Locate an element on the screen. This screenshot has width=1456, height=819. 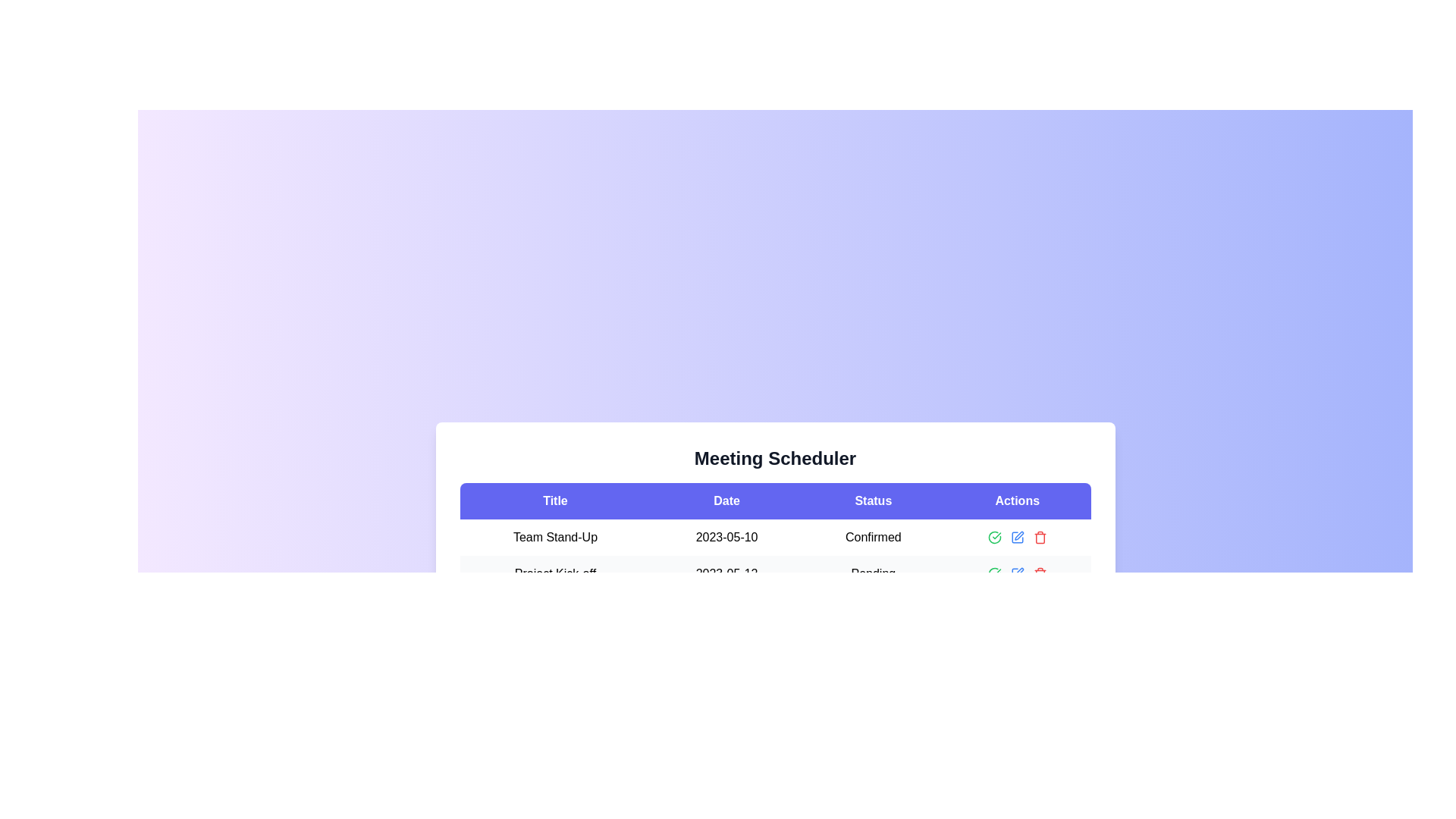
text of the table header cell indicating date-related information, which is the second cell in a row of four under the 'Meeting Scheduler' heading is located at coordinates (726, 500).